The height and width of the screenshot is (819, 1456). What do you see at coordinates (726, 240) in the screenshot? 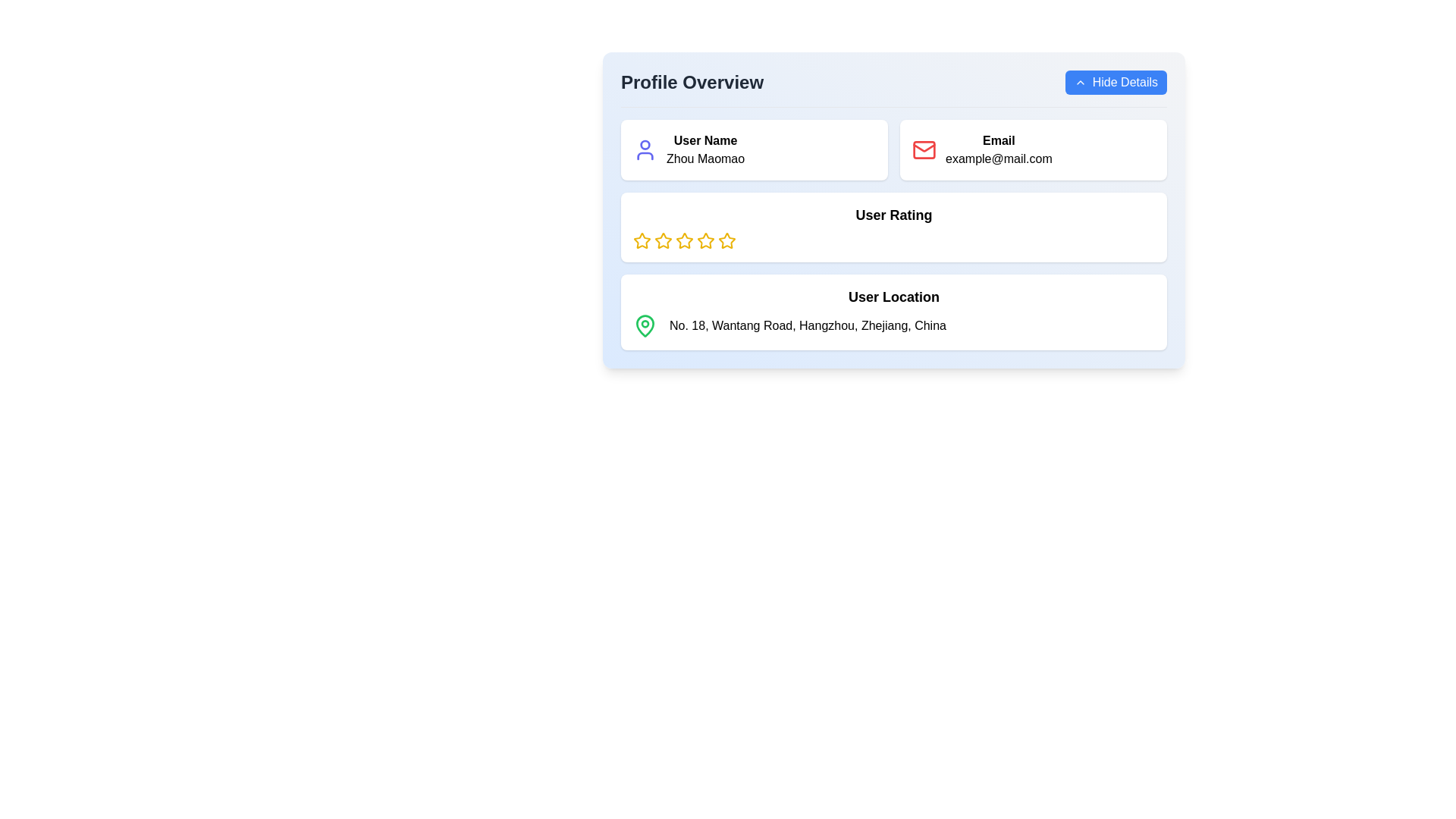
I see `the fifth star icon in the 'User Rating' section under the 'Profile Overview' heading to indicate a rating` at bounding box center [726, 240].